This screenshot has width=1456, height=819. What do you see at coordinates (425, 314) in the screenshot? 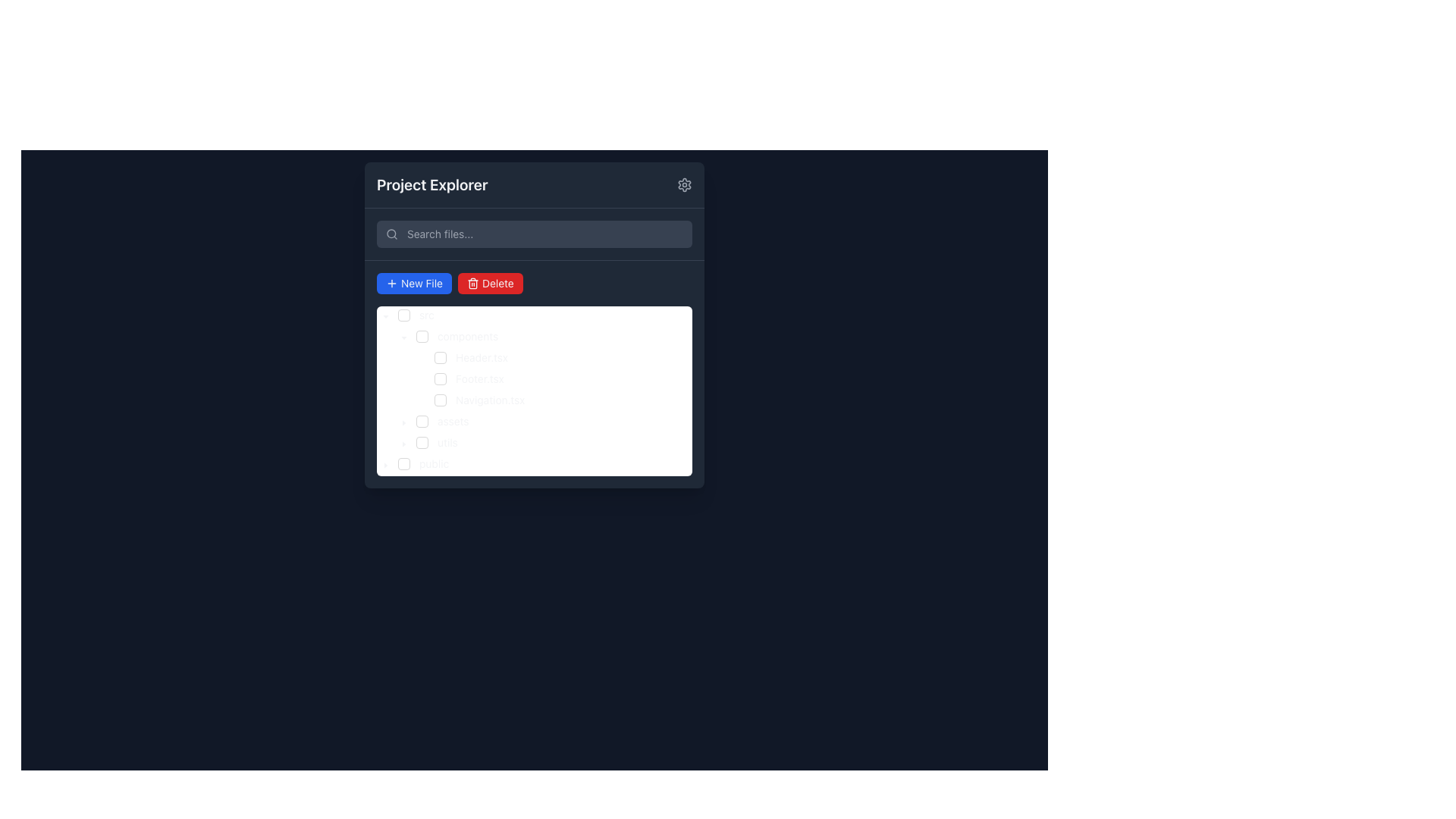
I see `the 'src' text label in the Project Explorer section of the tree view, which is the first item in its section` at bounding box center [425, 314].